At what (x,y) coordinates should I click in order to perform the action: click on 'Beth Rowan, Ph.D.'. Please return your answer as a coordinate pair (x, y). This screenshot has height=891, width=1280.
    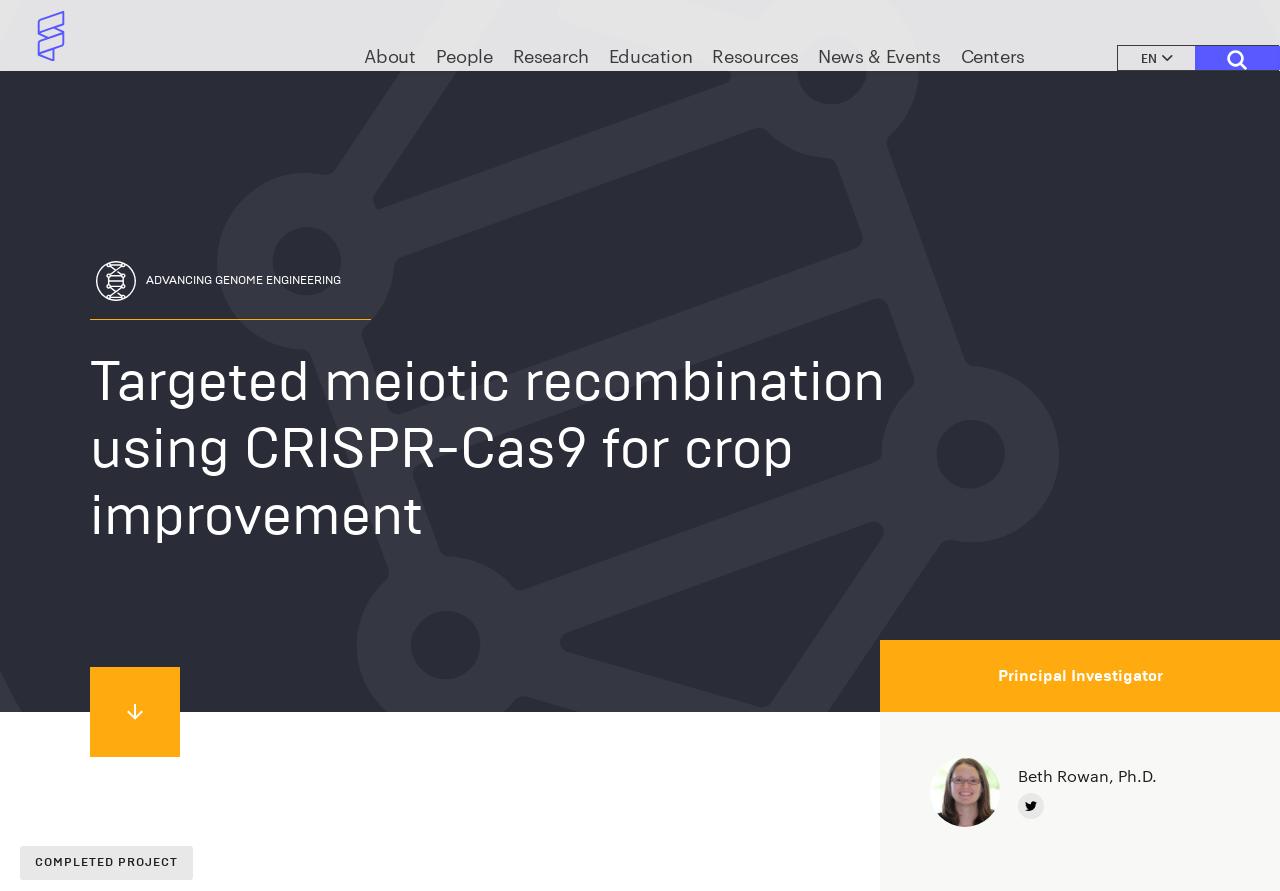
    Looking at the image, I should click on (1086, 774).